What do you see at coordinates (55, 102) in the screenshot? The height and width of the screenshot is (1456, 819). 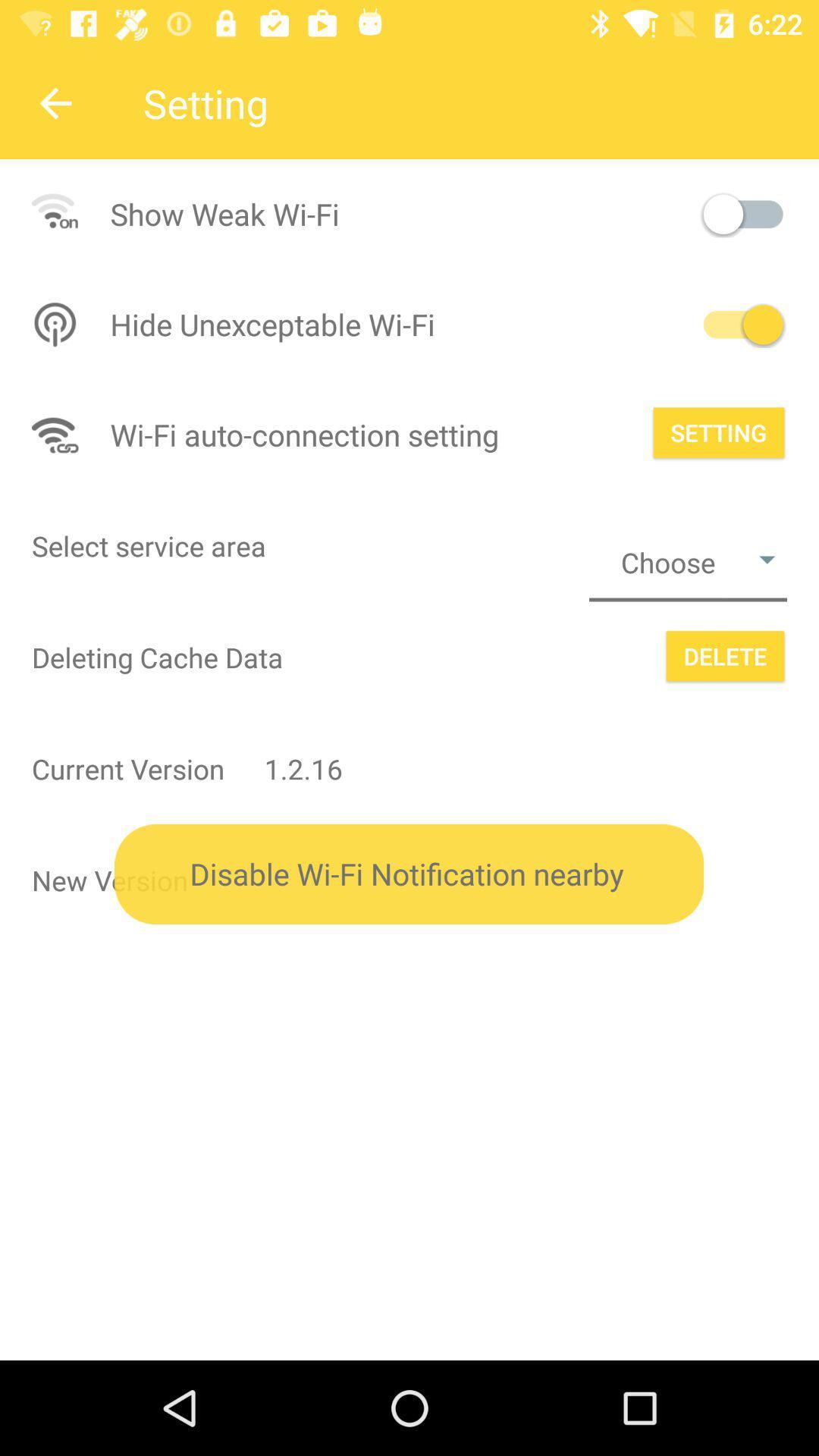 I see `the arrow_backward icon` at bounding box center [55, 102].